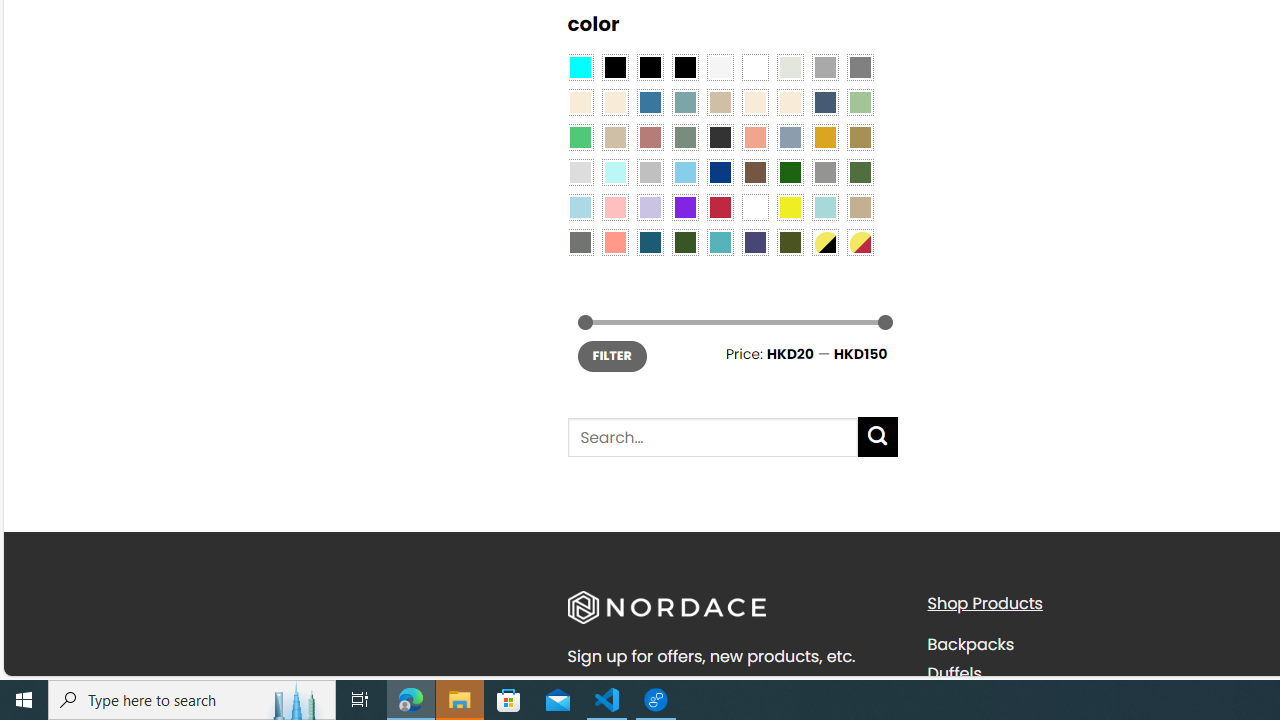 The height and width of the screenshot is (720, 1280). I want to click on 'Yellow', so click(788, 208).